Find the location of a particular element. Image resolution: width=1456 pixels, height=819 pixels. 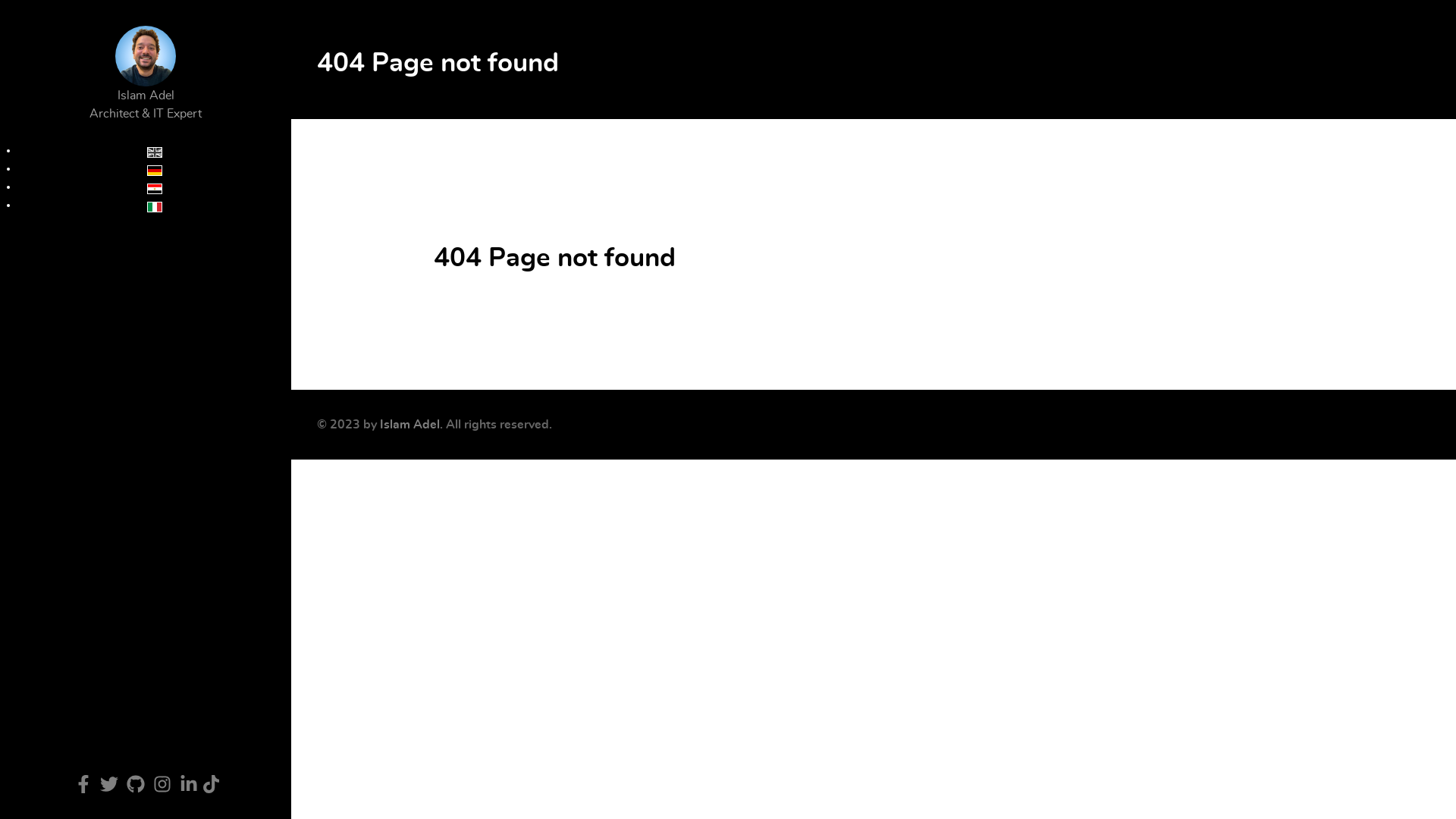

'English (UK)' is located at coordinates (155, 152).